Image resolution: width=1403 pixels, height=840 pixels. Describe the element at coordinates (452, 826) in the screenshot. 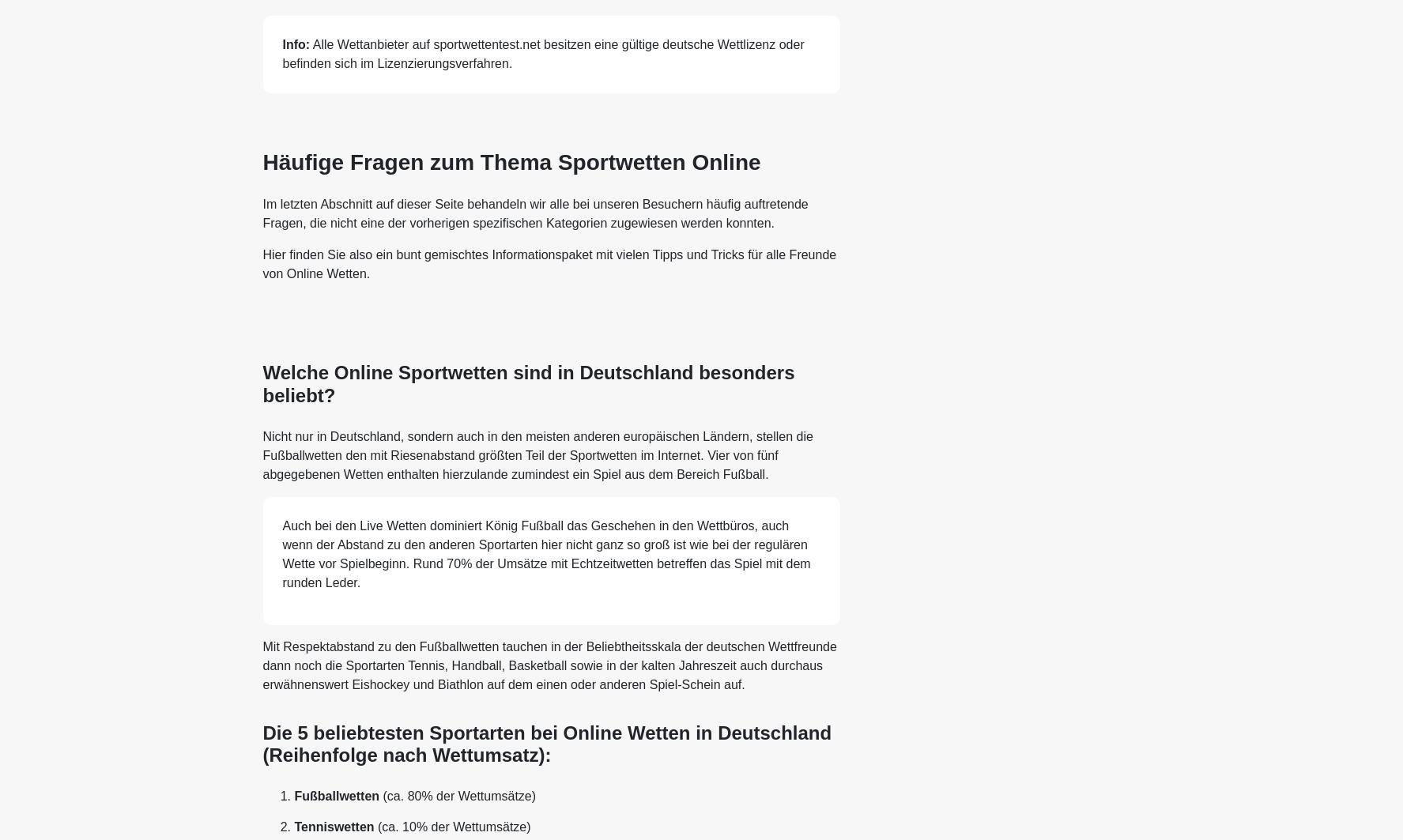

I see `'(ca. 10% der Wettumsätze)'` at that location.